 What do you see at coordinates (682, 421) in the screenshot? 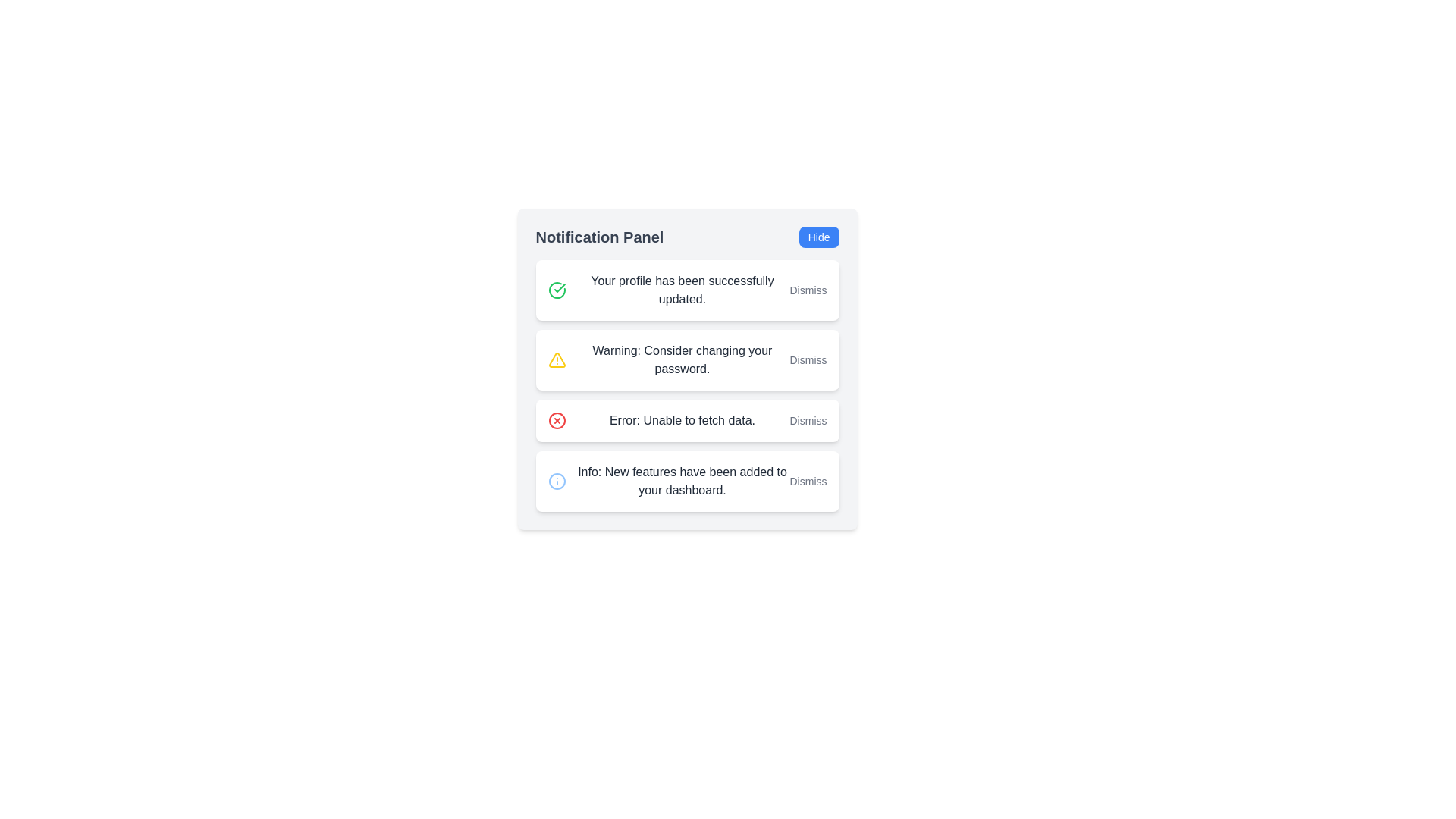
I see `error notification text content located in the notification card, which is centrally positioned between an error icon and a 'Dismiss' action` at bounding box center [682, 421].